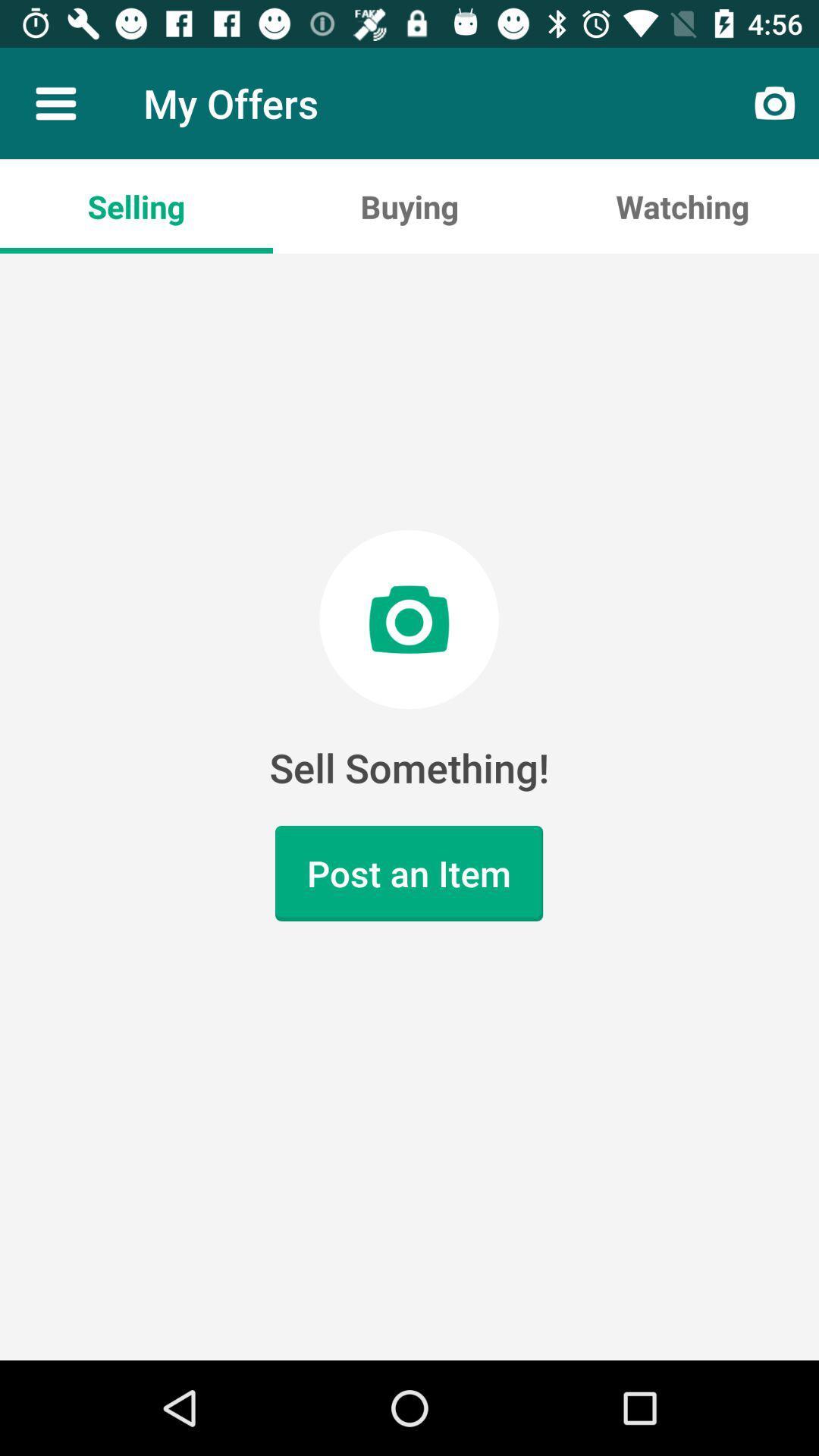 This screenshot has width=819, height=1456. I want to click on the icon above sell something! icon, so click(136, 206).